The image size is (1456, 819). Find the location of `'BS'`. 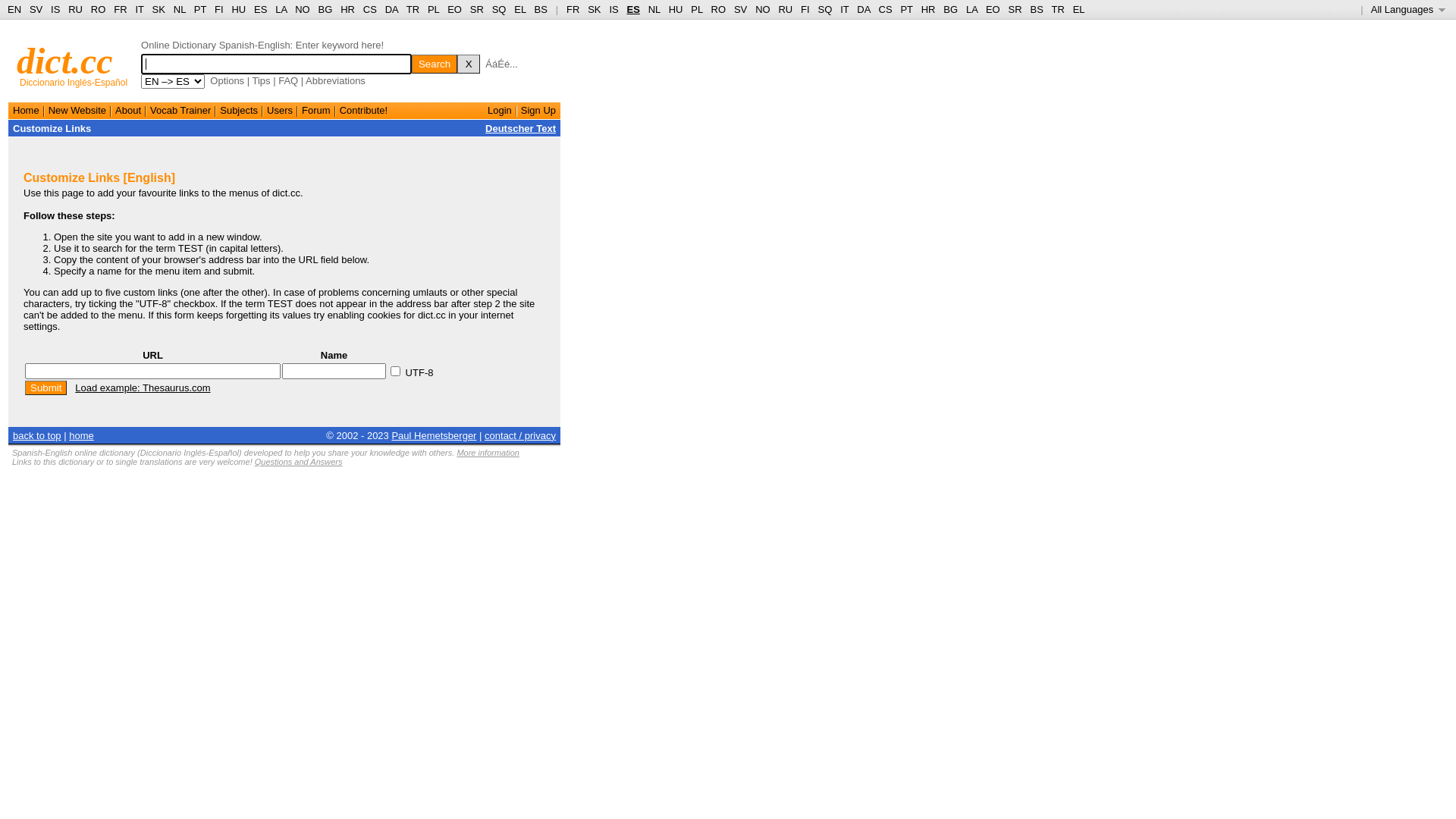

'BS' is located at coordinates (541, 9).